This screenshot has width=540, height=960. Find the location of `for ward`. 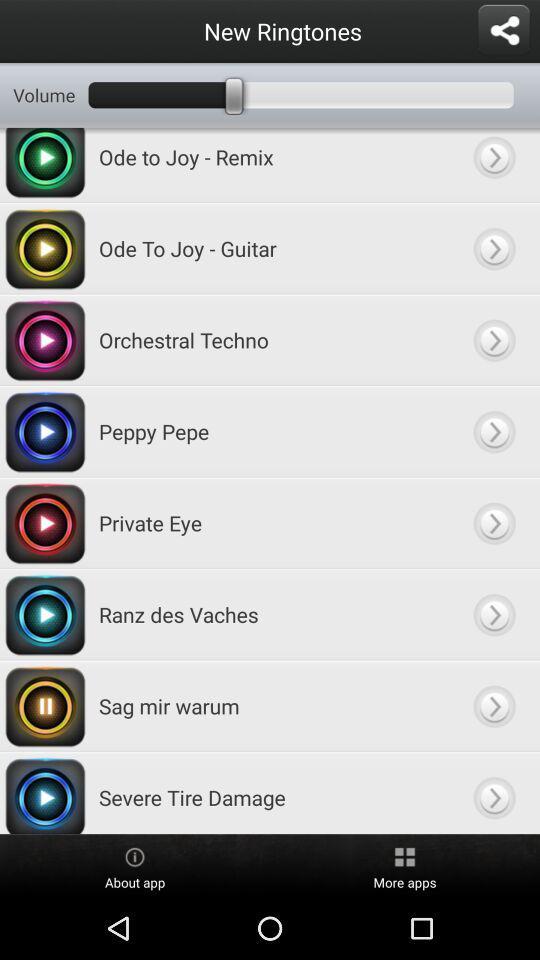

for ward is located at coordinates (493, 613).